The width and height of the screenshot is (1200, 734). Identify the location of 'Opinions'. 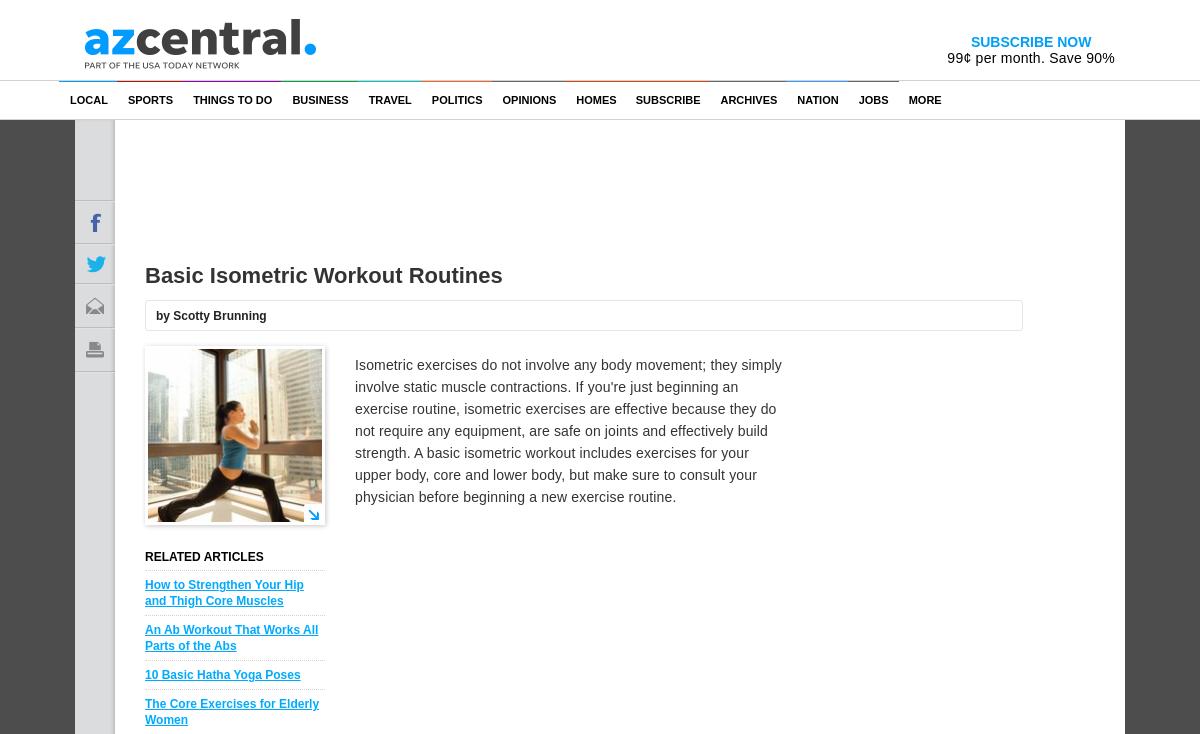
(527, 99).